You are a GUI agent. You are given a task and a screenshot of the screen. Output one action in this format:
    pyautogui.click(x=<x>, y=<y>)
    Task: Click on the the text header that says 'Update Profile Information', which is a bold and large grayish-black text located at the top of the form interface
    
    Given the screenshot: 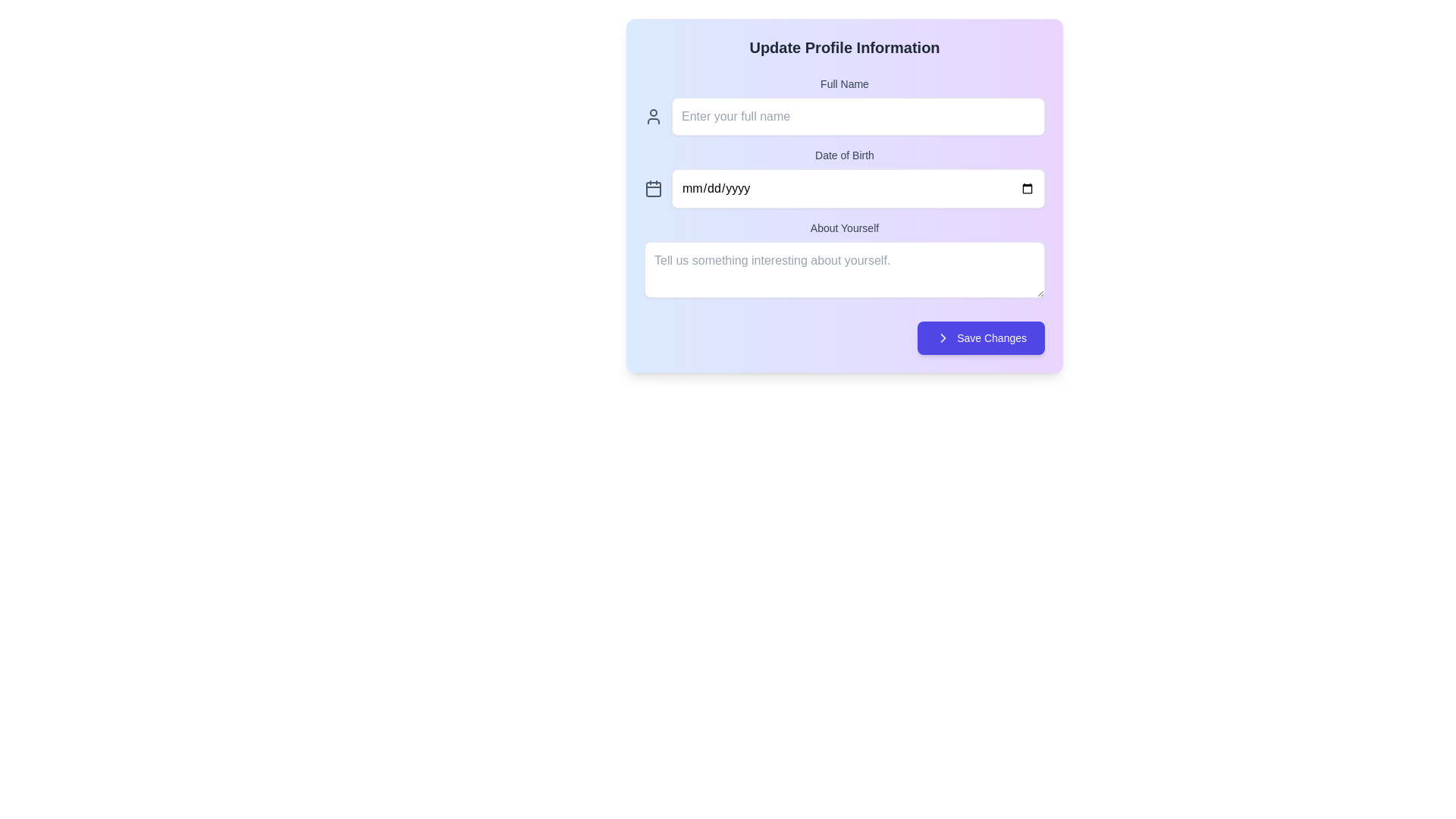 What is the action you would take?
    pyautogui.click(x=843, y=46)
    